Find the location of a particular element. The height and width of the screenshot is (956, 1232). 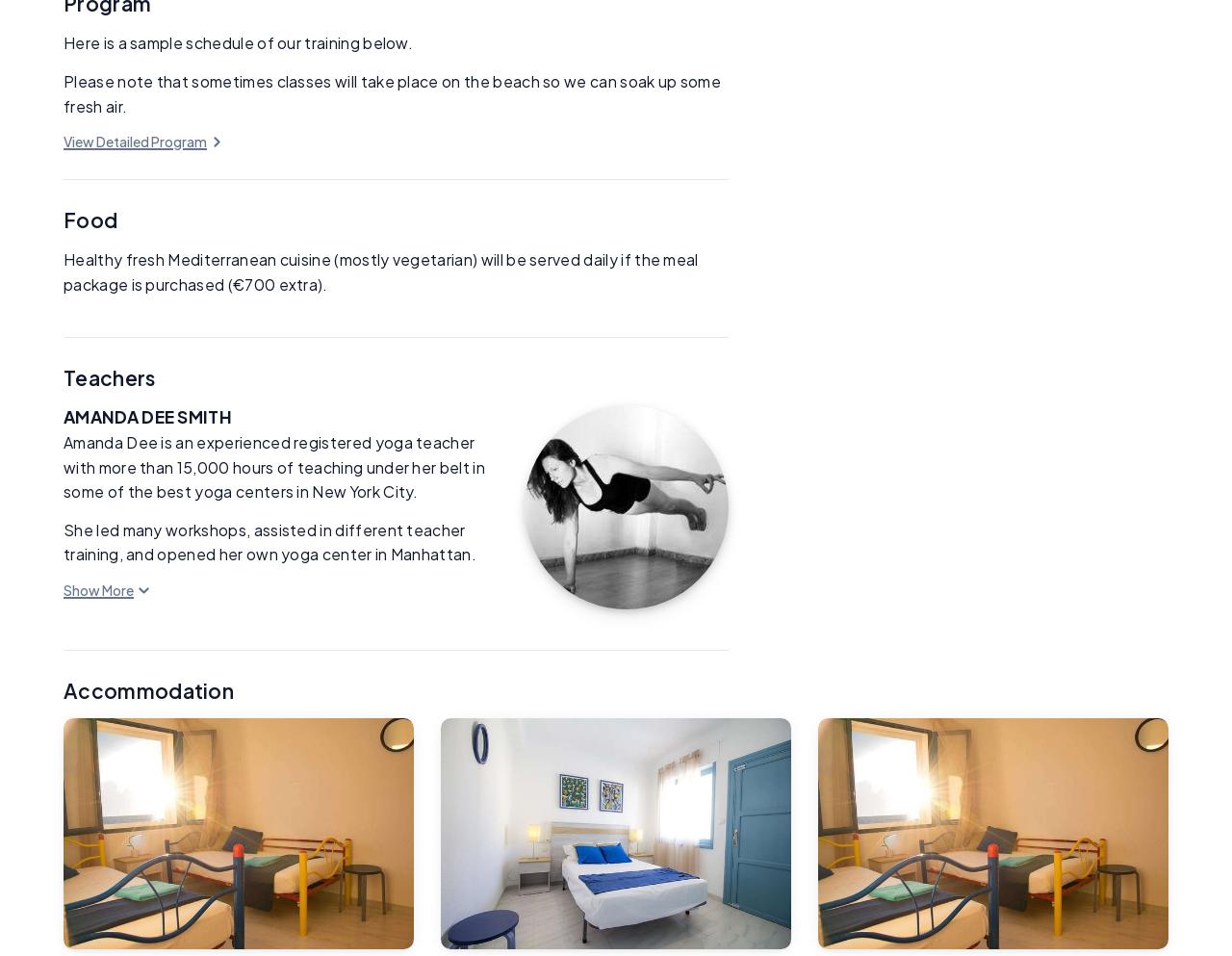

'Here is a sample schedule of our training below.' is located at coordinates (64, 42).